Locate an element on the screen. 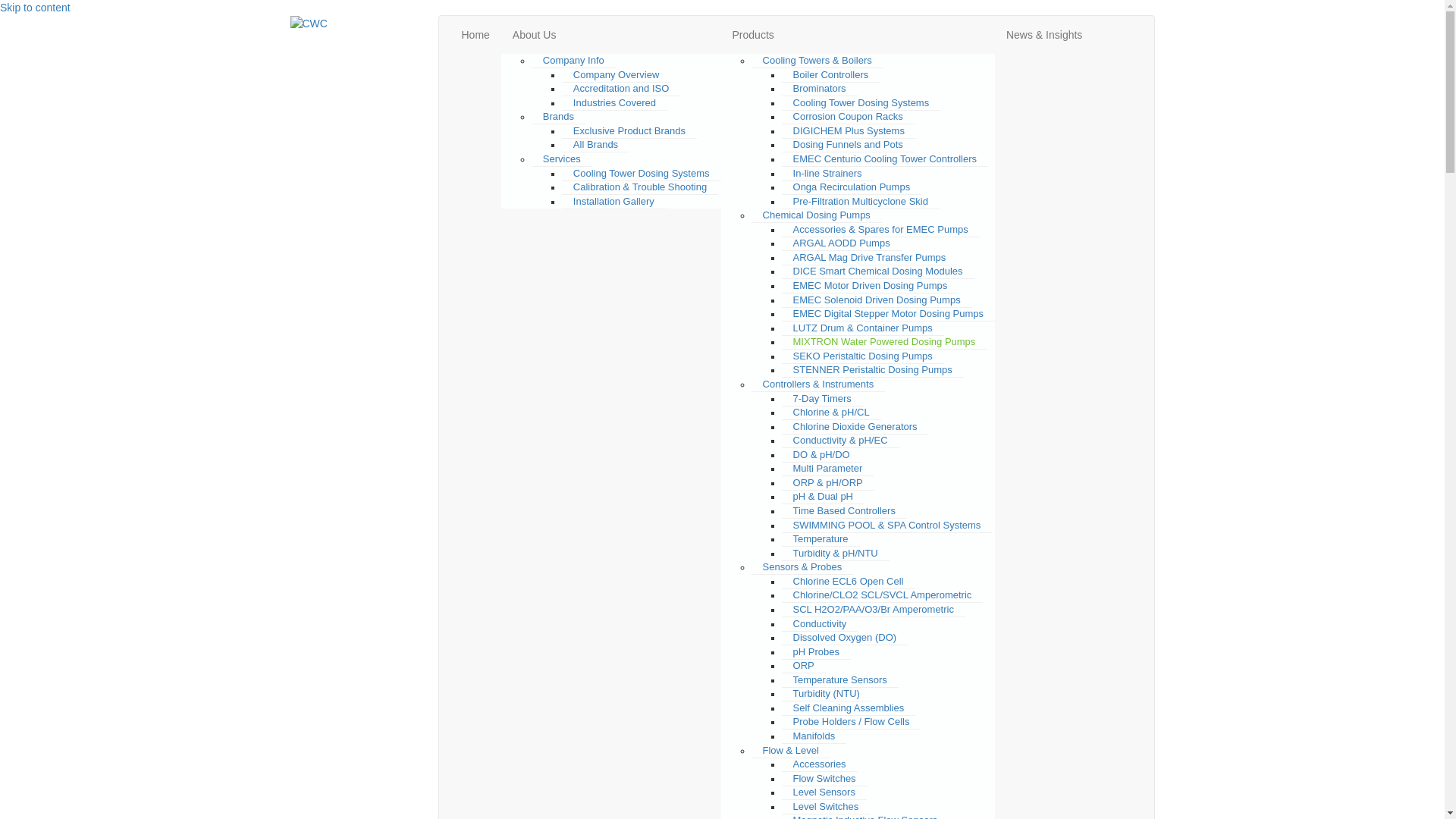 This screenshot has height=819, width=1456. 'DICE Smart Chemical Dosing Modules' is located at coordinates (877, 271).